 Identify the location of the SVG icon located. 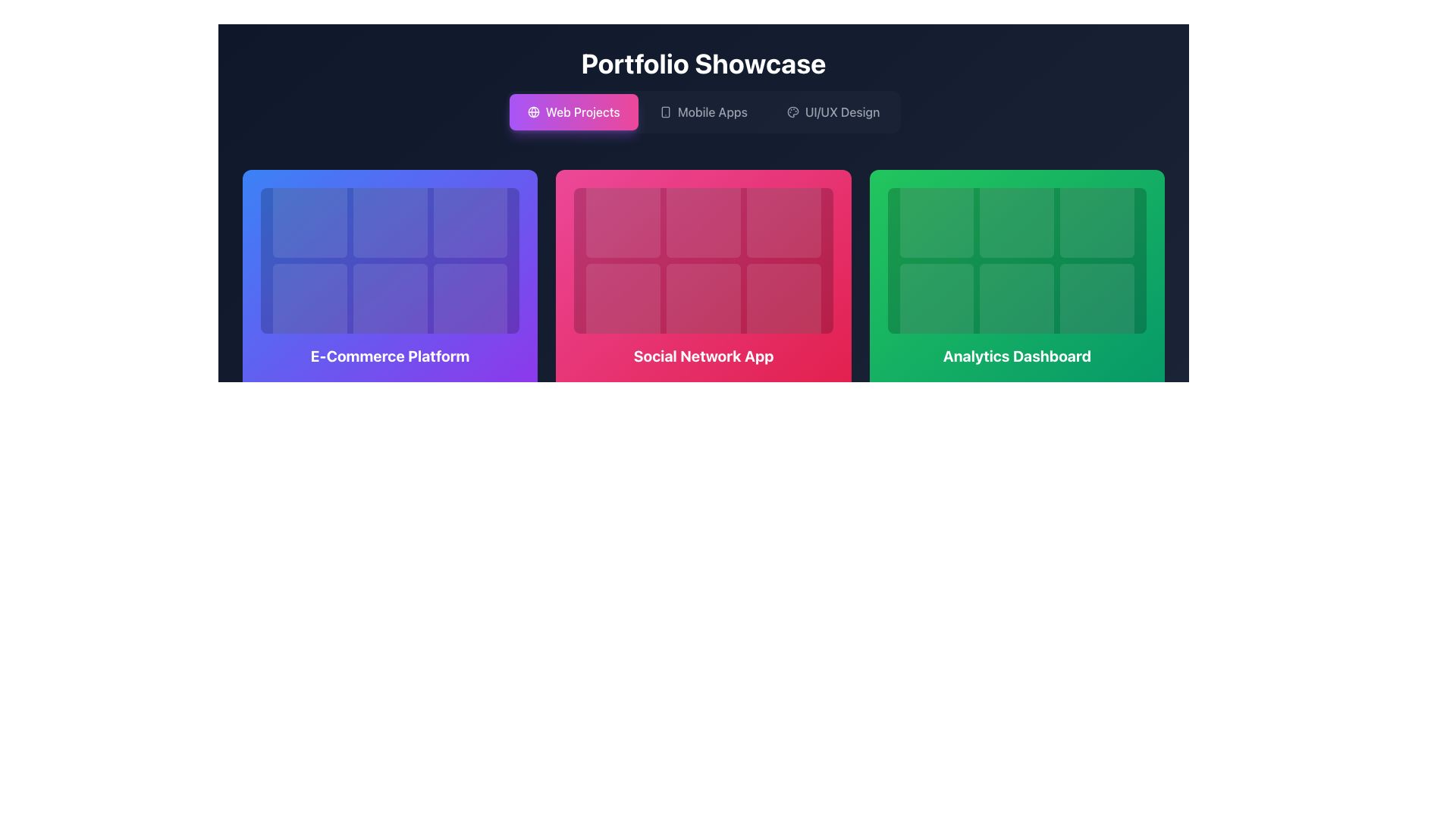
(1103, 388).